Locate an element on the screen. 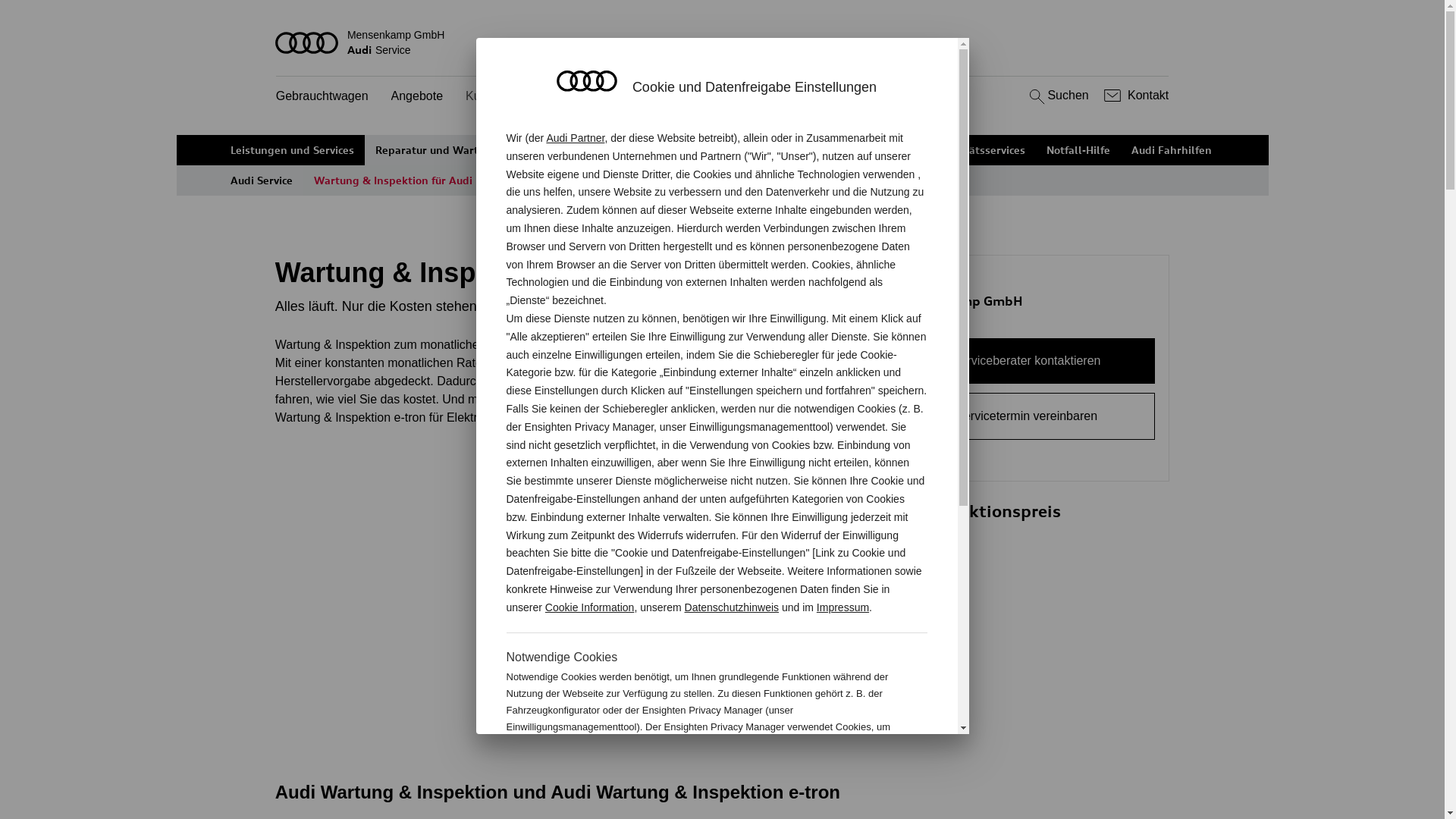 This screenshot has width=1456, height=819. 'Gebrauchtwagen' is located at coordinates (322, 96).